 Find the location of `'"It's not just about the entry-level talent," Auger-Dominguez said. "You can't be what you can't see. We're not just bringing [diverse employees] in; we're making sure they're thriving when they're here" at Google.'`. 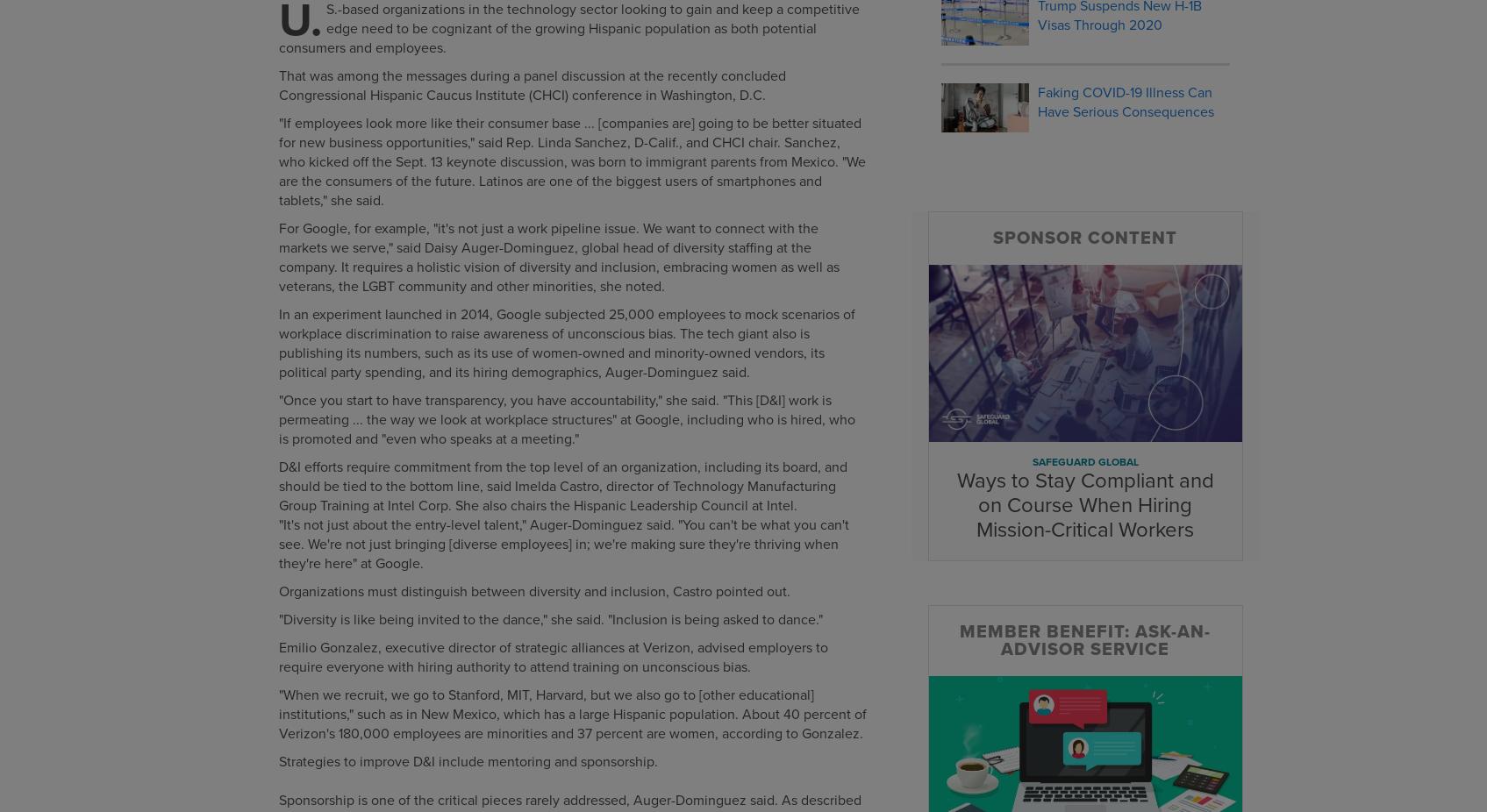

'"It's not just about the entry-level talent," Auger-Dominguez said. "You can't be what you can't see. We're not just bringing [diverse employees] in; we're making sure they're thriving when they're here" at Google.' is located at coordinates (562, 543).